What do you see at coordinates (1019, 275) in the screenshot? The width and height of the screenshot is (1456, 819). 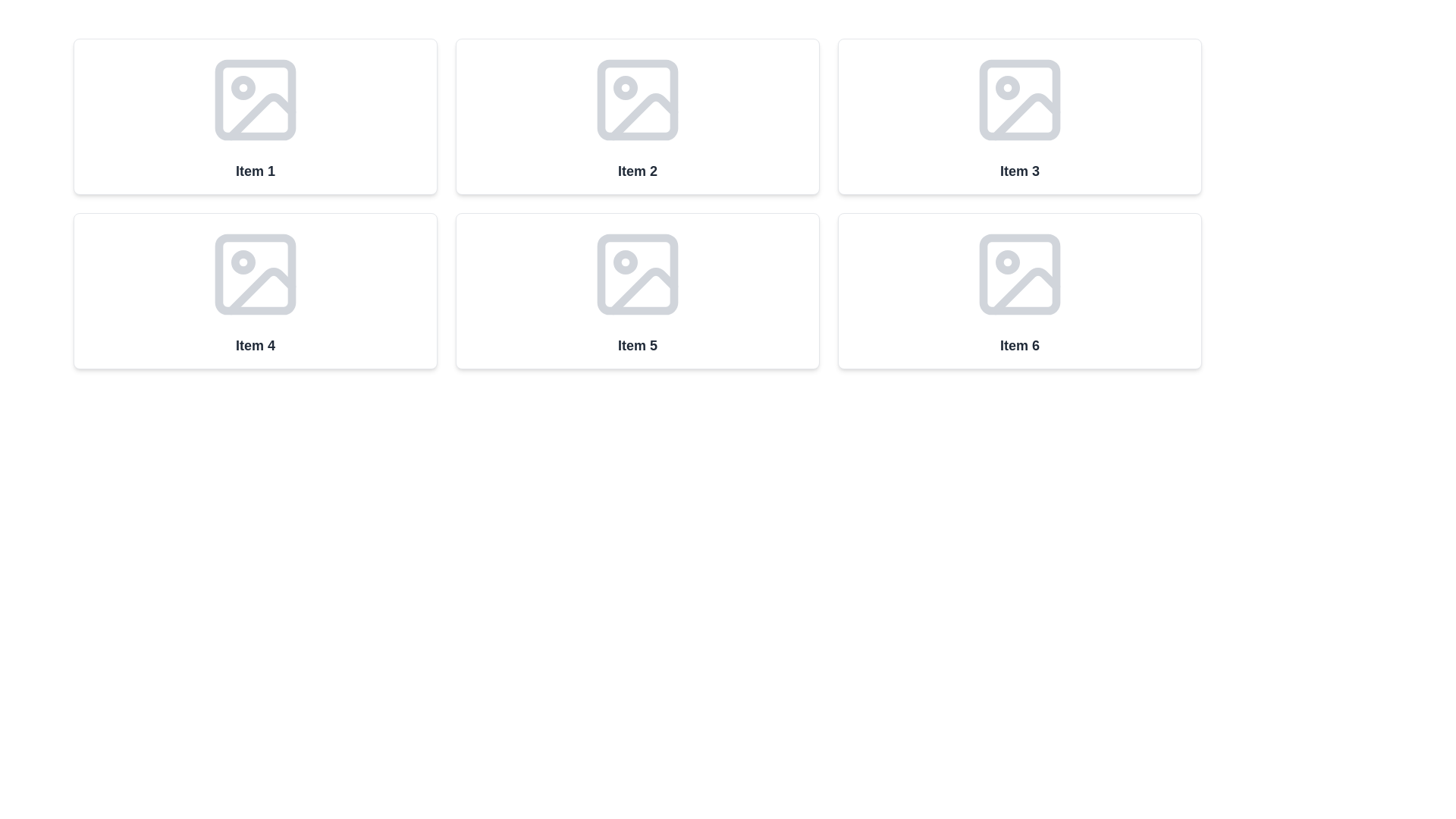 I see `the small square with rounded corners located inside the 'Item 6' icon in the top-left corner of the photo-like frame` at bounding box center [1019, 275].